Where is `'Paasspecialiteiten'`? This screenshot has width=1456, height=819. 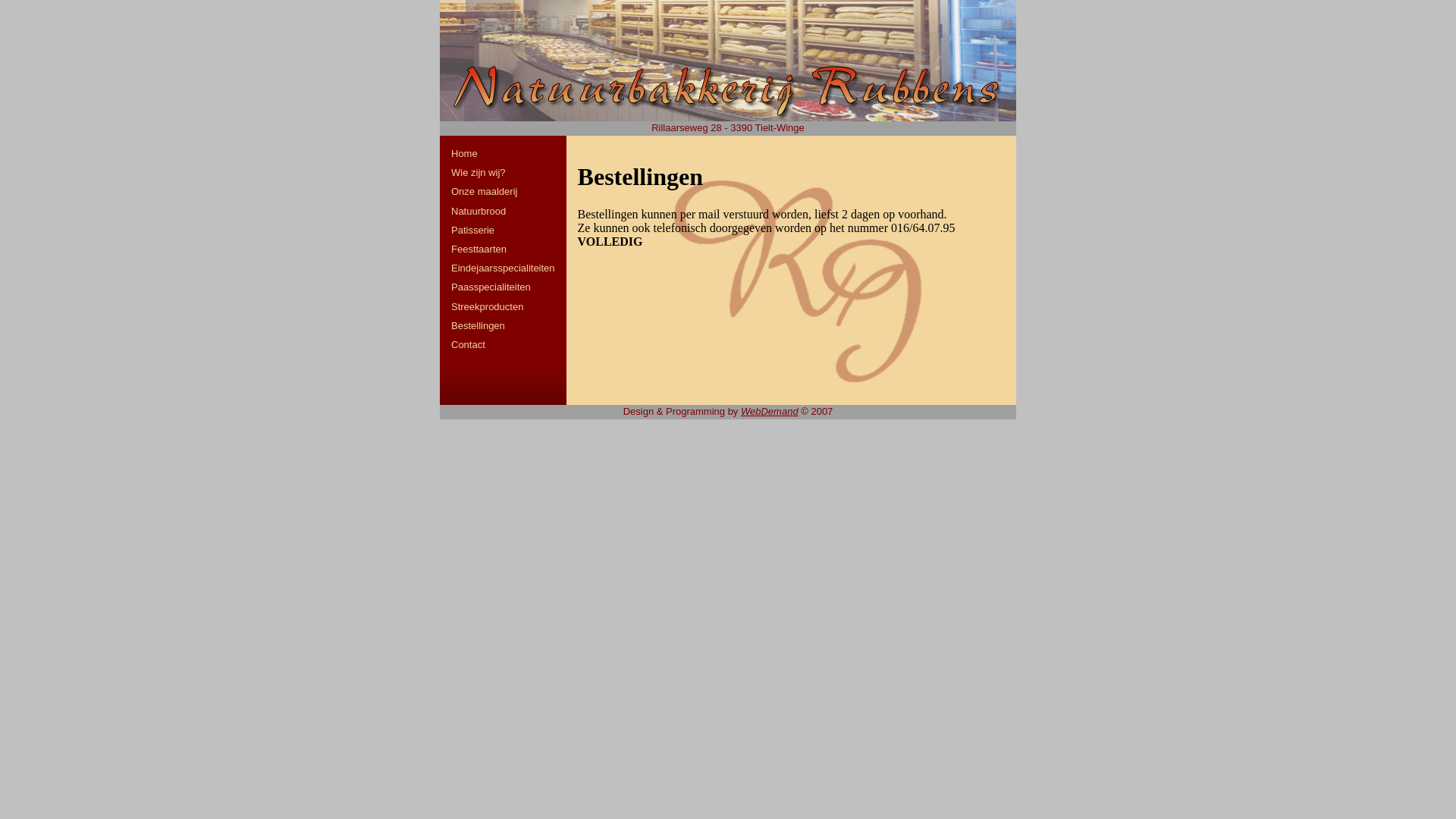 'Paasspecialiteiten' is located at coordinates (491, 287).